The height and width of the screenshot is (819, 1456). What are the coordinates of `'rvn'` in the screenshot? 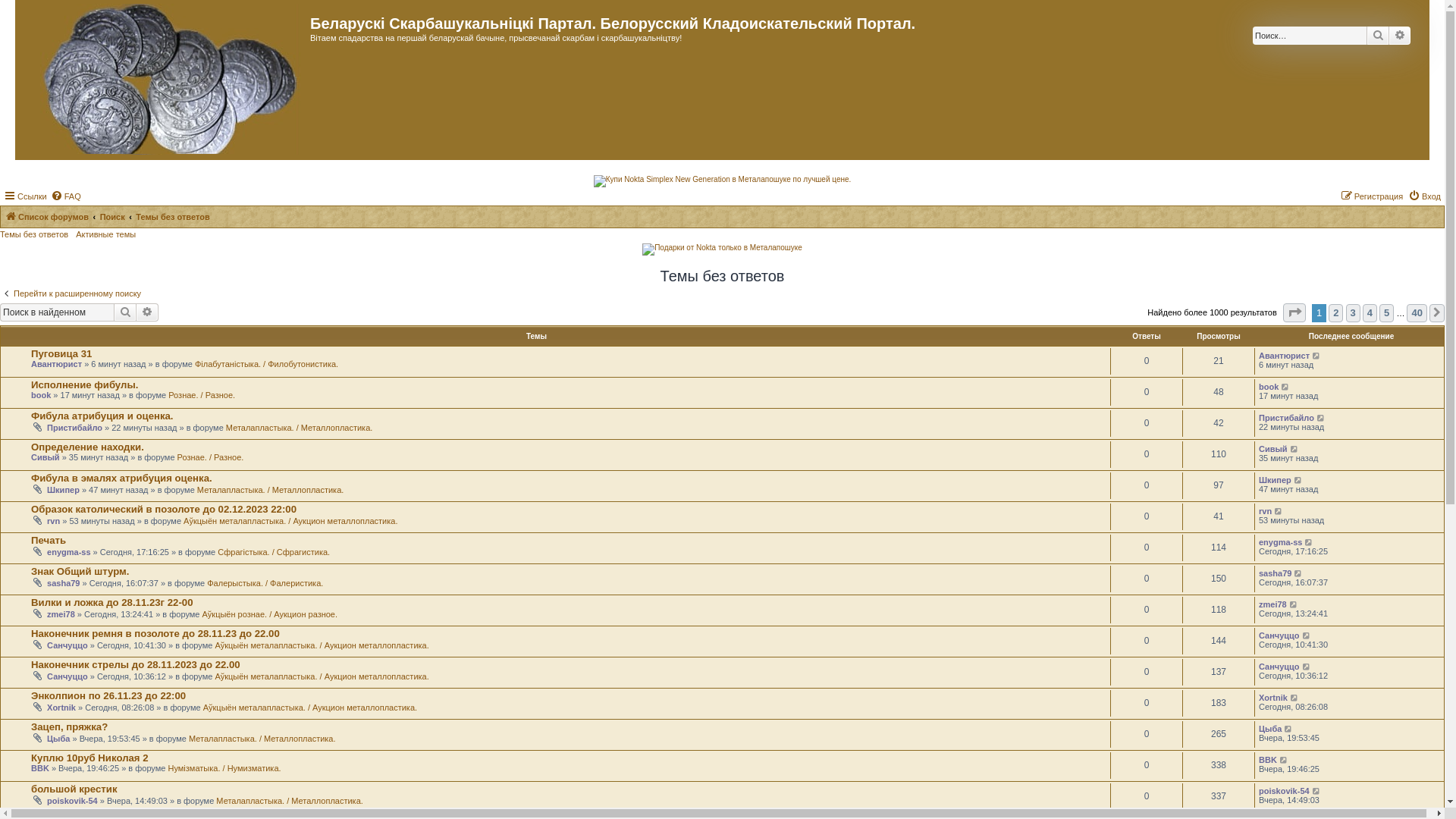 It's located at (1265, 511).